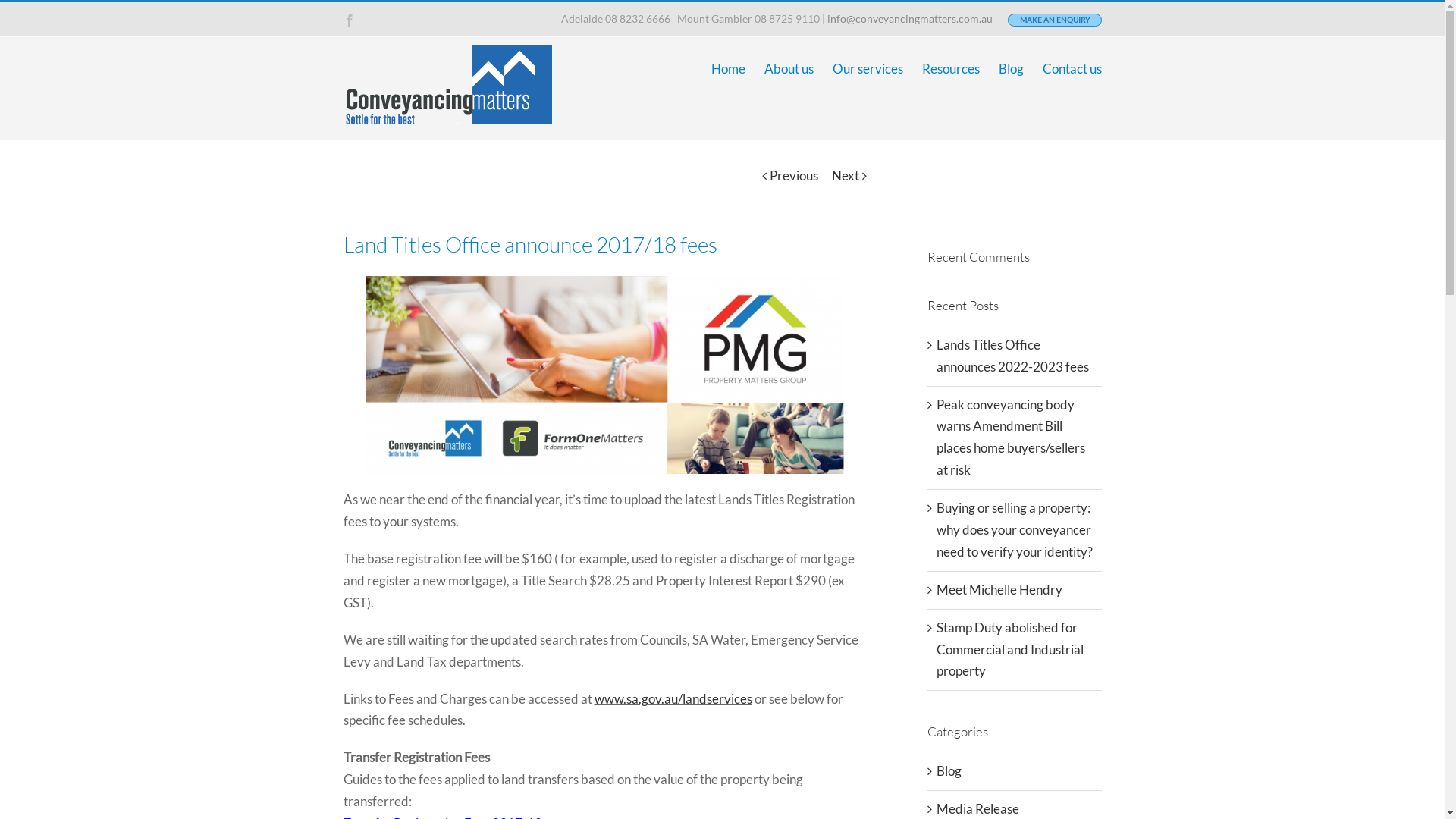 Image resolution: width=1456 pixels, height=819 pixels. I want to click on 'Lands Titles Office announces 2022-2023 fees', so click(1012, 356).